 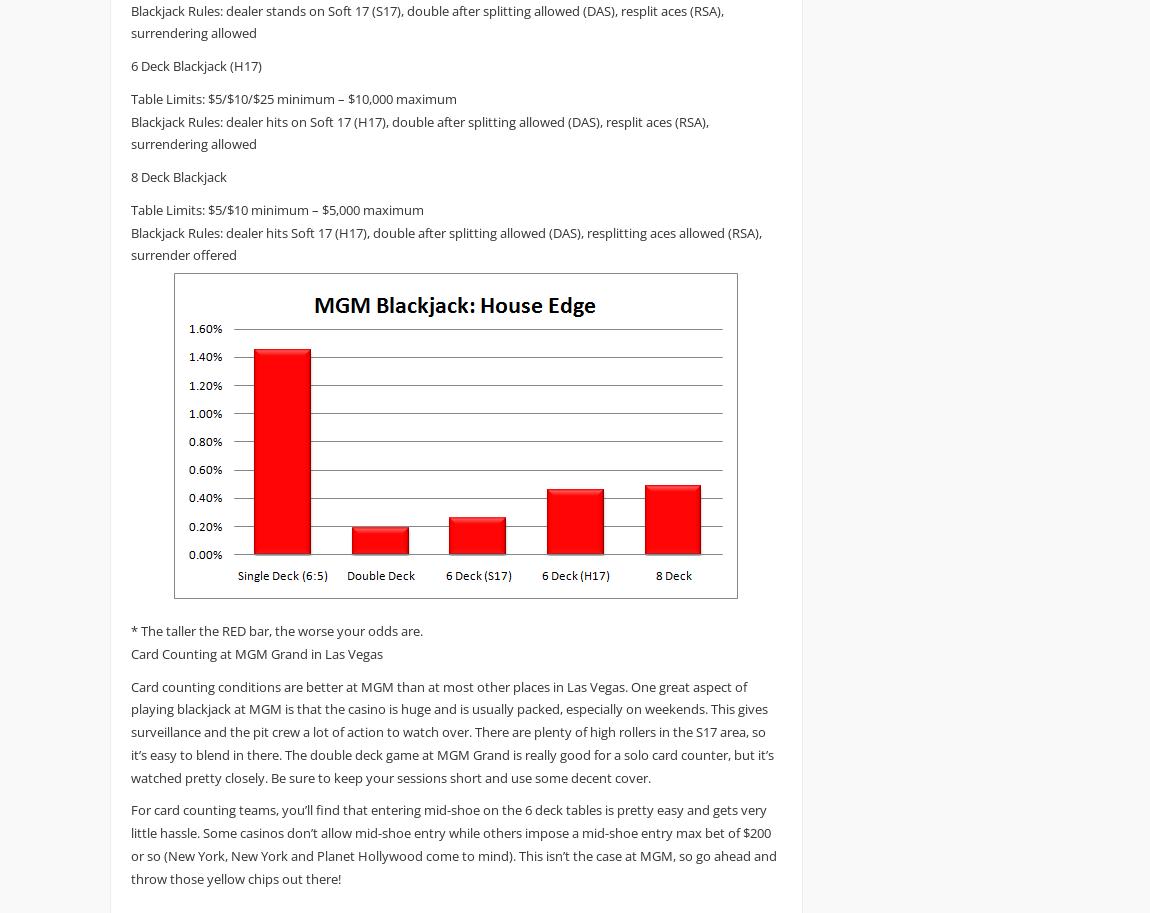 What do you see at coordinates (454, 843) in the screenshot?
I see `'For card counting teams, you’ll find that entering mid-shoe on the 6 deck tables is pretty easy and gets very little hassle. Some casinos don’t allow mid-shoe entry while others impose a mid-shoe entry max bet of $200 or so (New York, New York and Planet Hollywood come to mind). This isn’t the case at MGM, so go ahead and throw those yellow chips out there!'` at bounding box center [454, 843].